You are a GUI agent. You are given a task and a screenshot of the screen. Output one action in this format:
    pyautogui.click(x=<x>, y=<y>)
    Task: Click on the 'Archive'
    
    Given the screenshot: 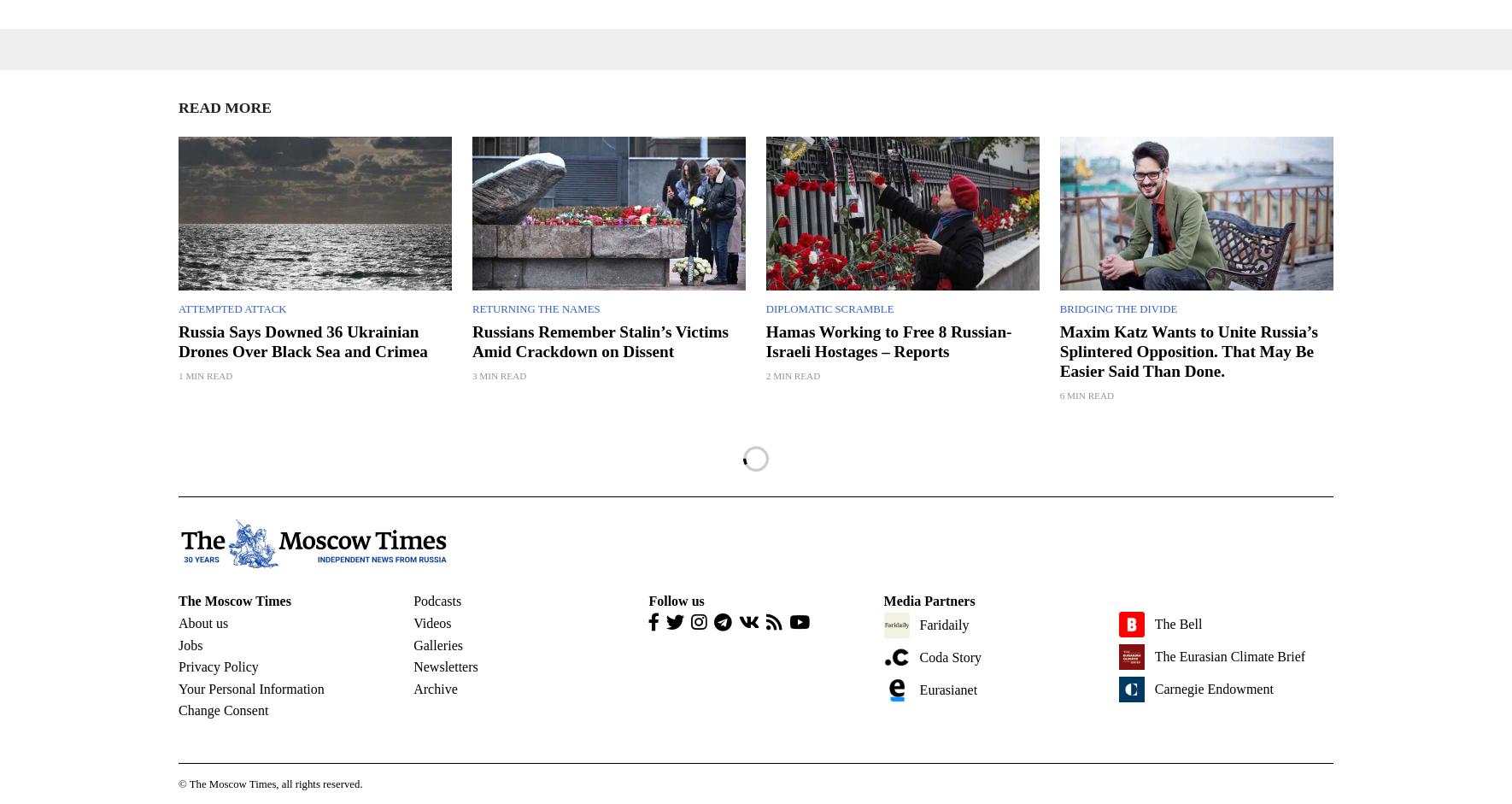 What is the action you would take?
    pyautogui.click(x=435, y=688)
    